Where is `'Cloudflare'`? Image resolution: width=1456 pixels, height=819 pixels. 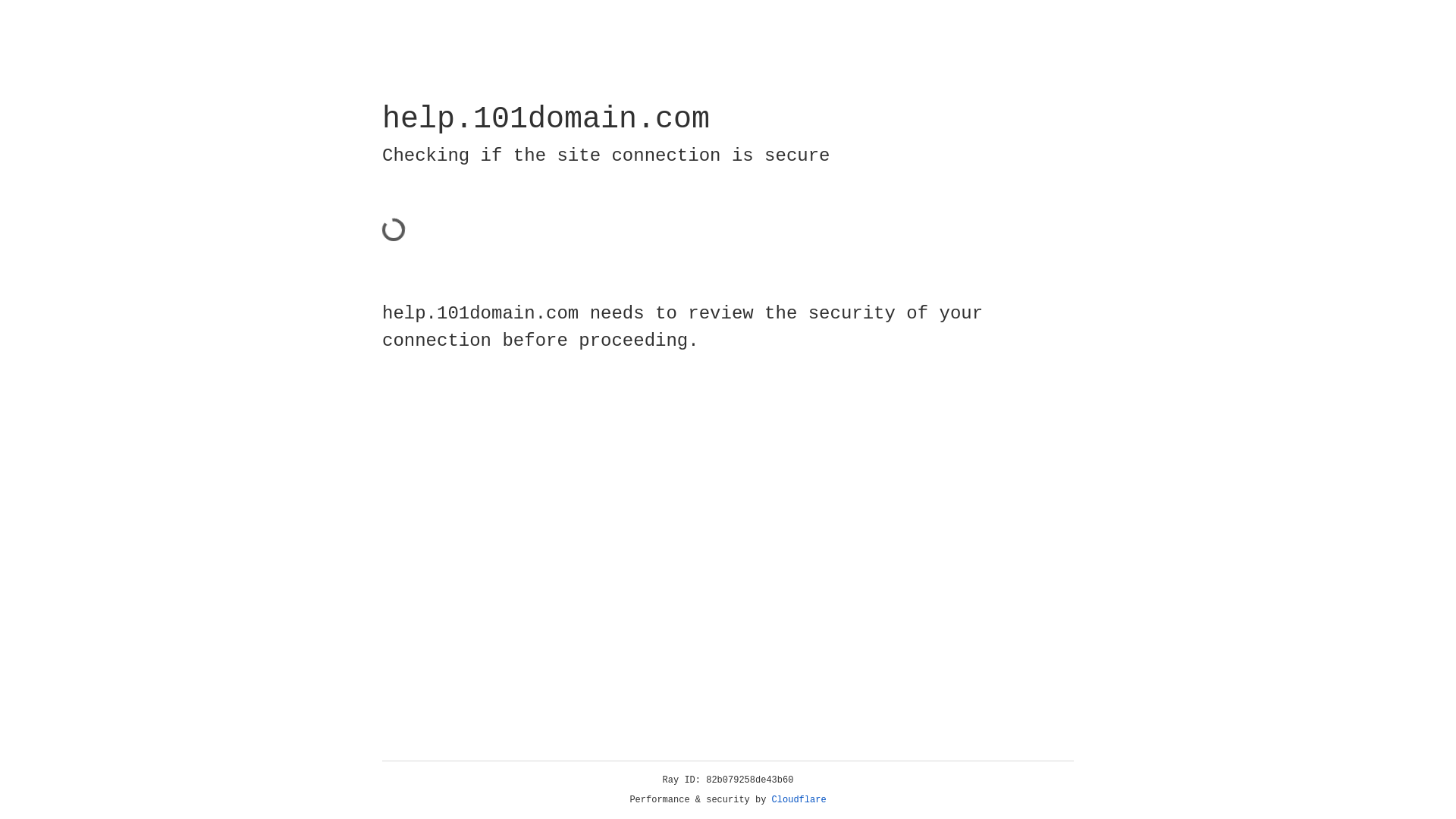 'Cloudflare' is located at coordinates (771, 799).